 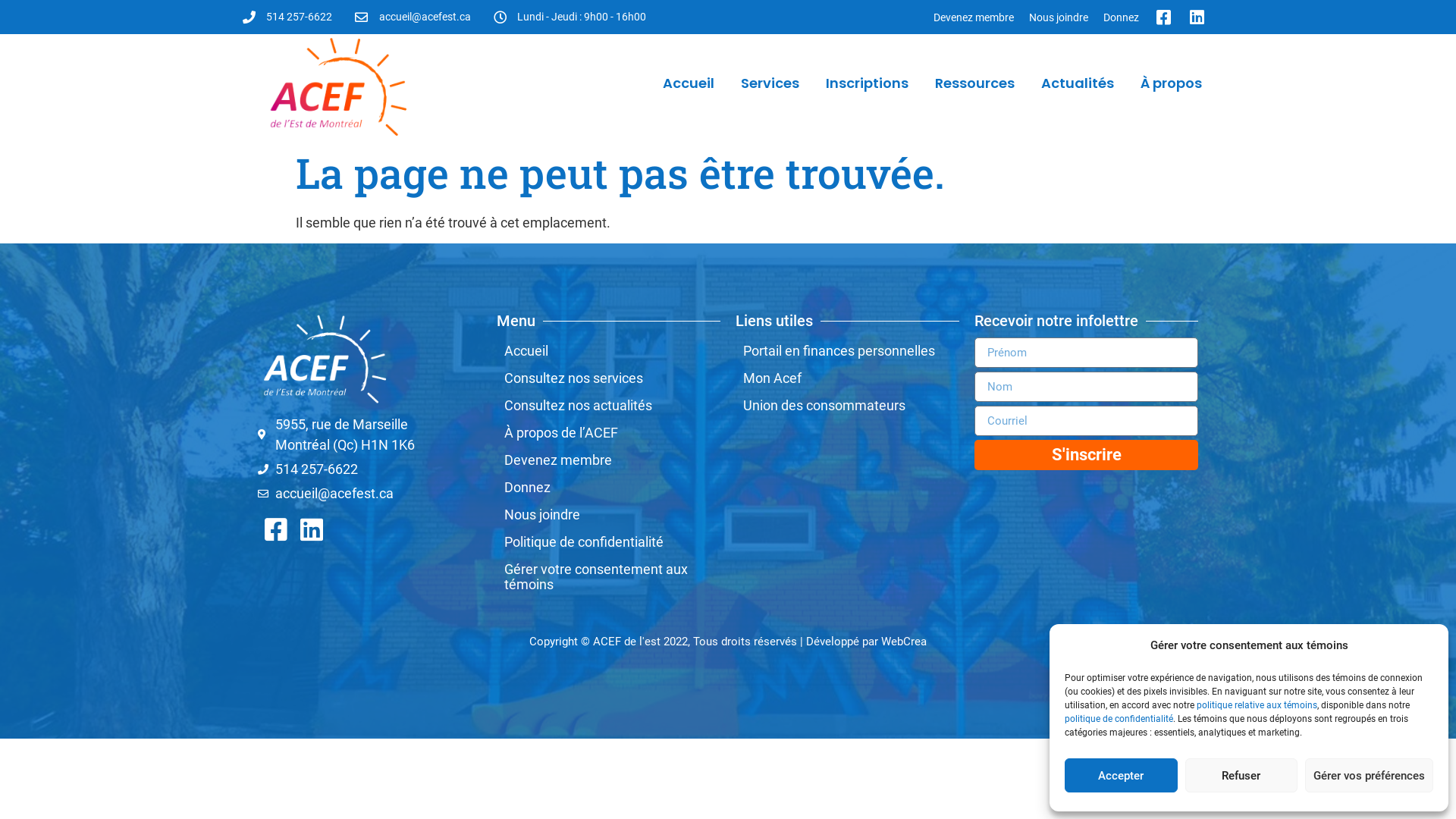 What do you see at coordinates (846, 405) in the screenshot?
I see `'Union des consommateurs'` at bounding box center [846, 405].